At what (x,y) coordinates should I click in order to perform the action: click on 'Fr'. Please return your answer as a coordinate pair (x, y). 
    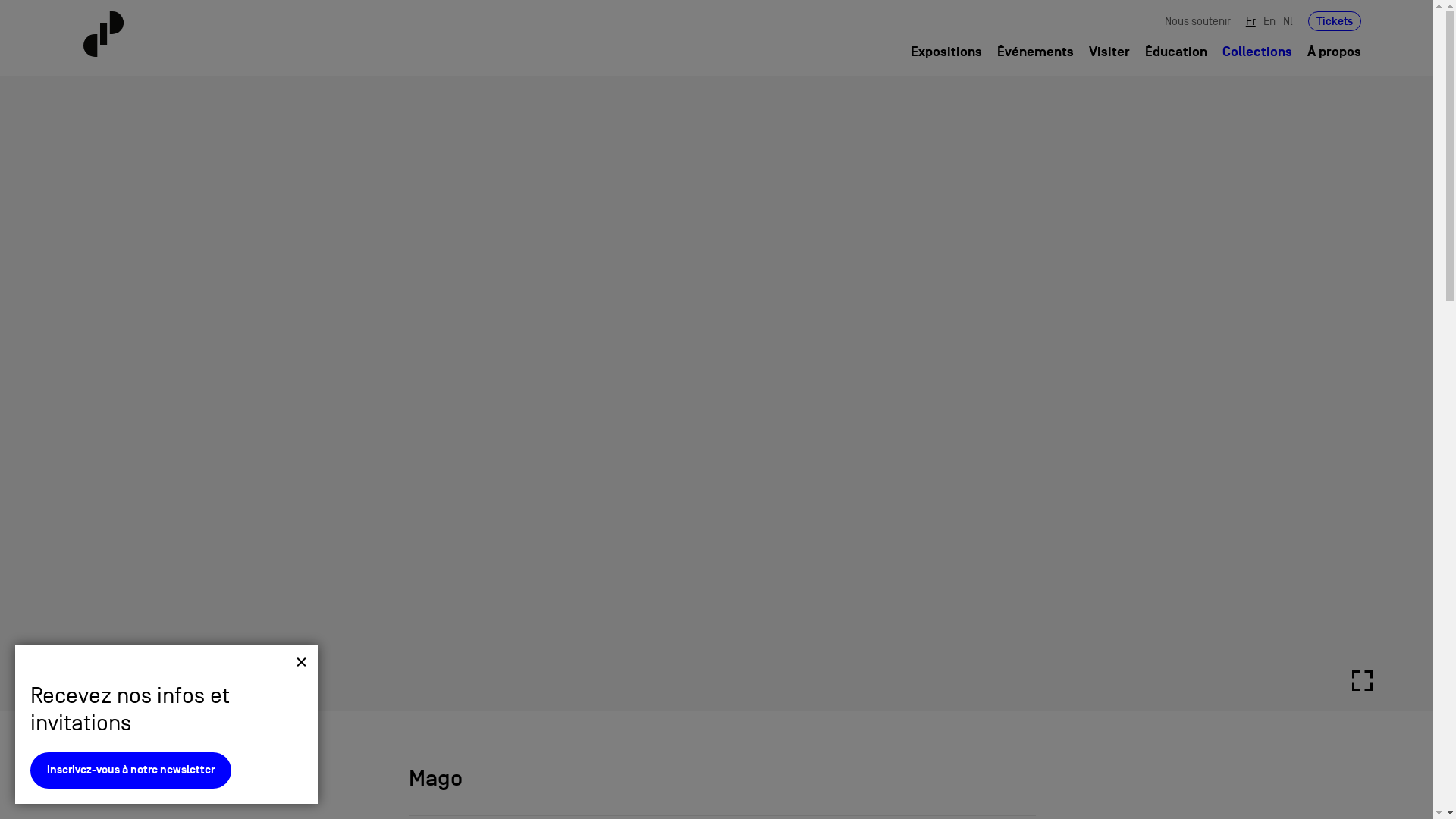
    Looking at the image, I should click on (1250, 20).